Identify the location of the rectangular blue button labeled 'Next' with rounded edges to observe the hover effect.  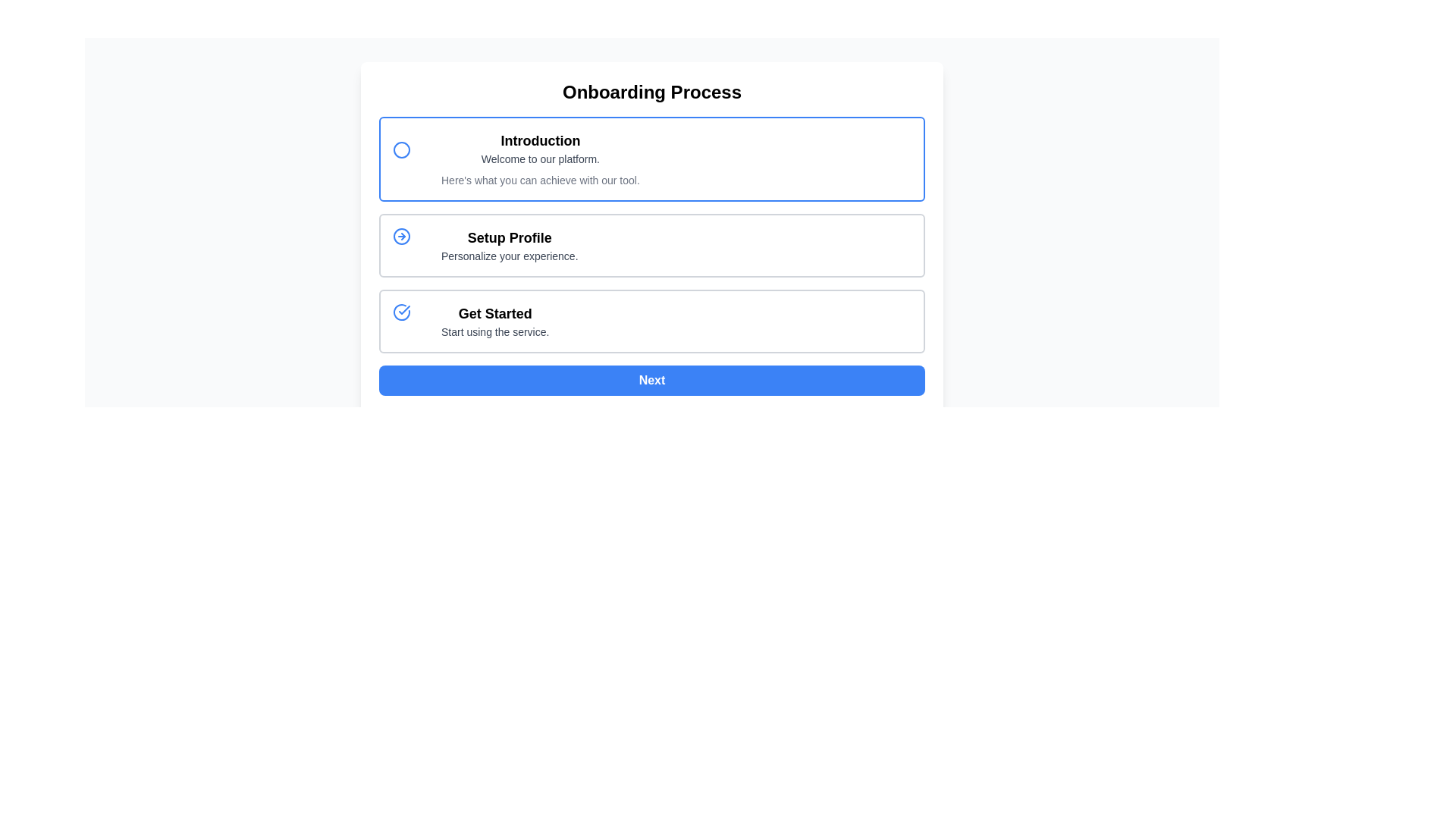
(651, 379).